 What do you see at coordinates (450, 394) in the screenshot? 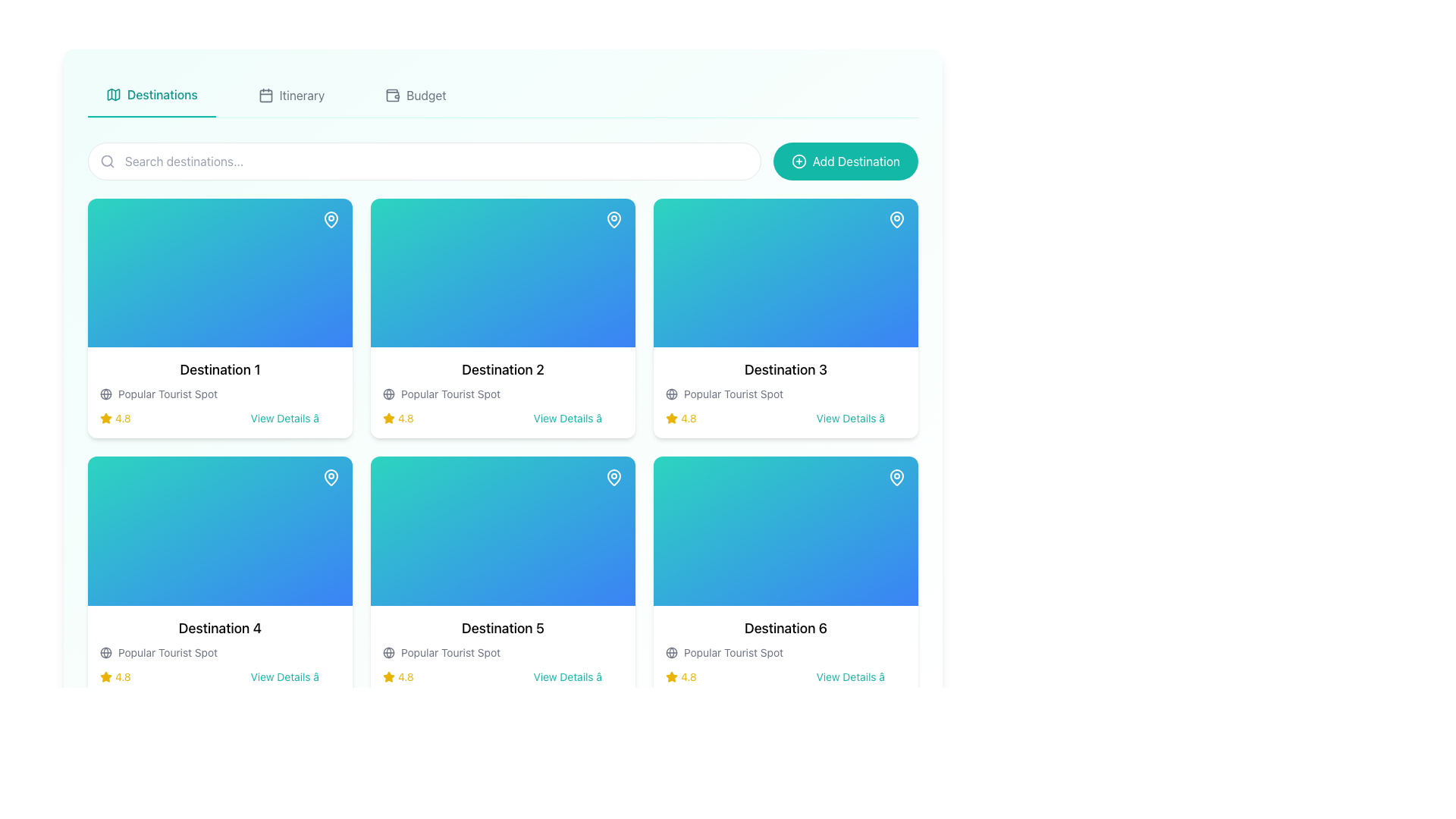
I see `text label located in the second column of the top row of destination cards, specifically under the card titled 'Destination 2'` at bounding box center [450, 394].